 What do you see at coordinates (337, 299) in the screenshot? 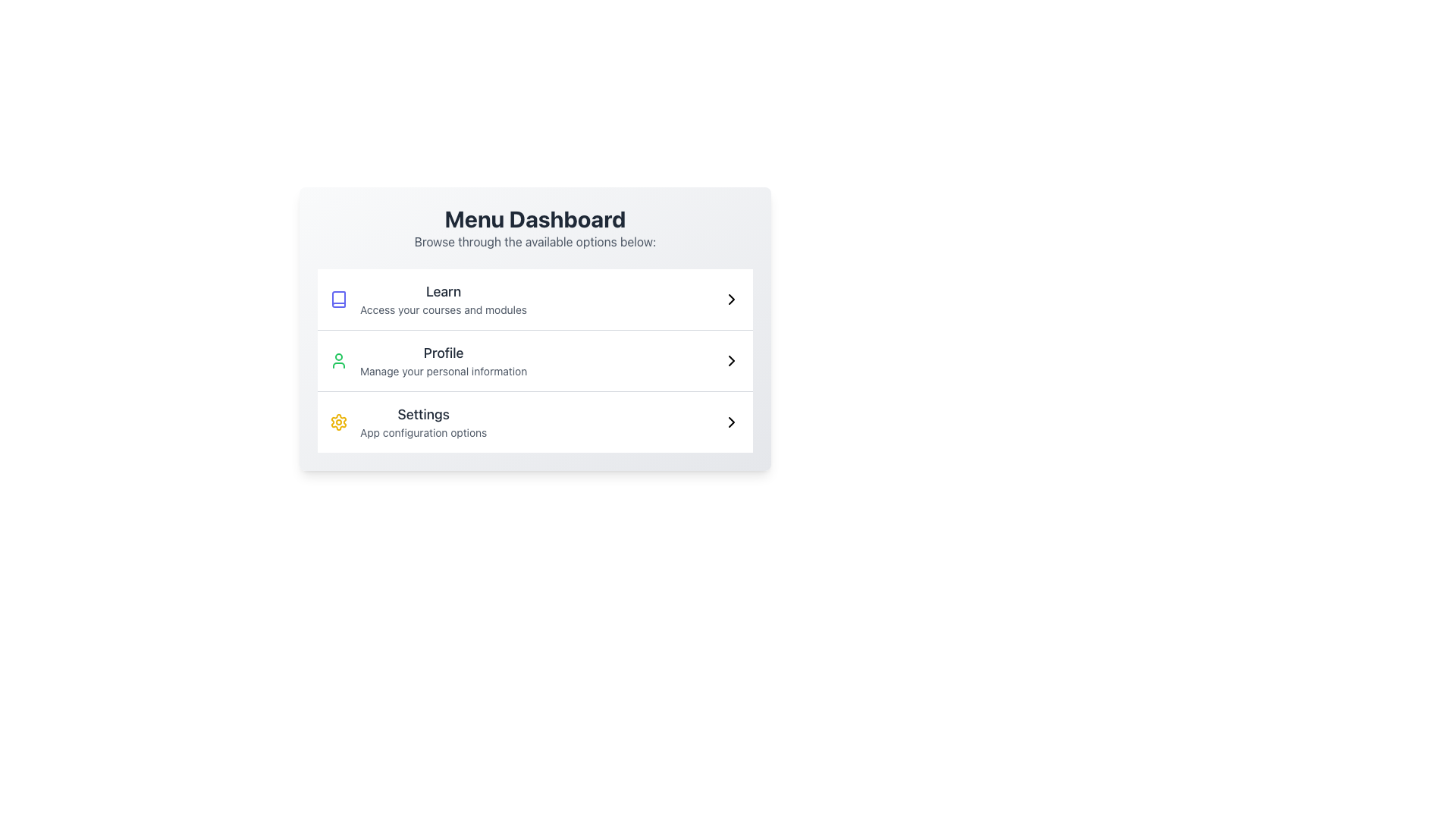
I see `decorative education-related icon located to the left of the 'Learn' menu option for debugging purposes` at bounding box center [337, 299].